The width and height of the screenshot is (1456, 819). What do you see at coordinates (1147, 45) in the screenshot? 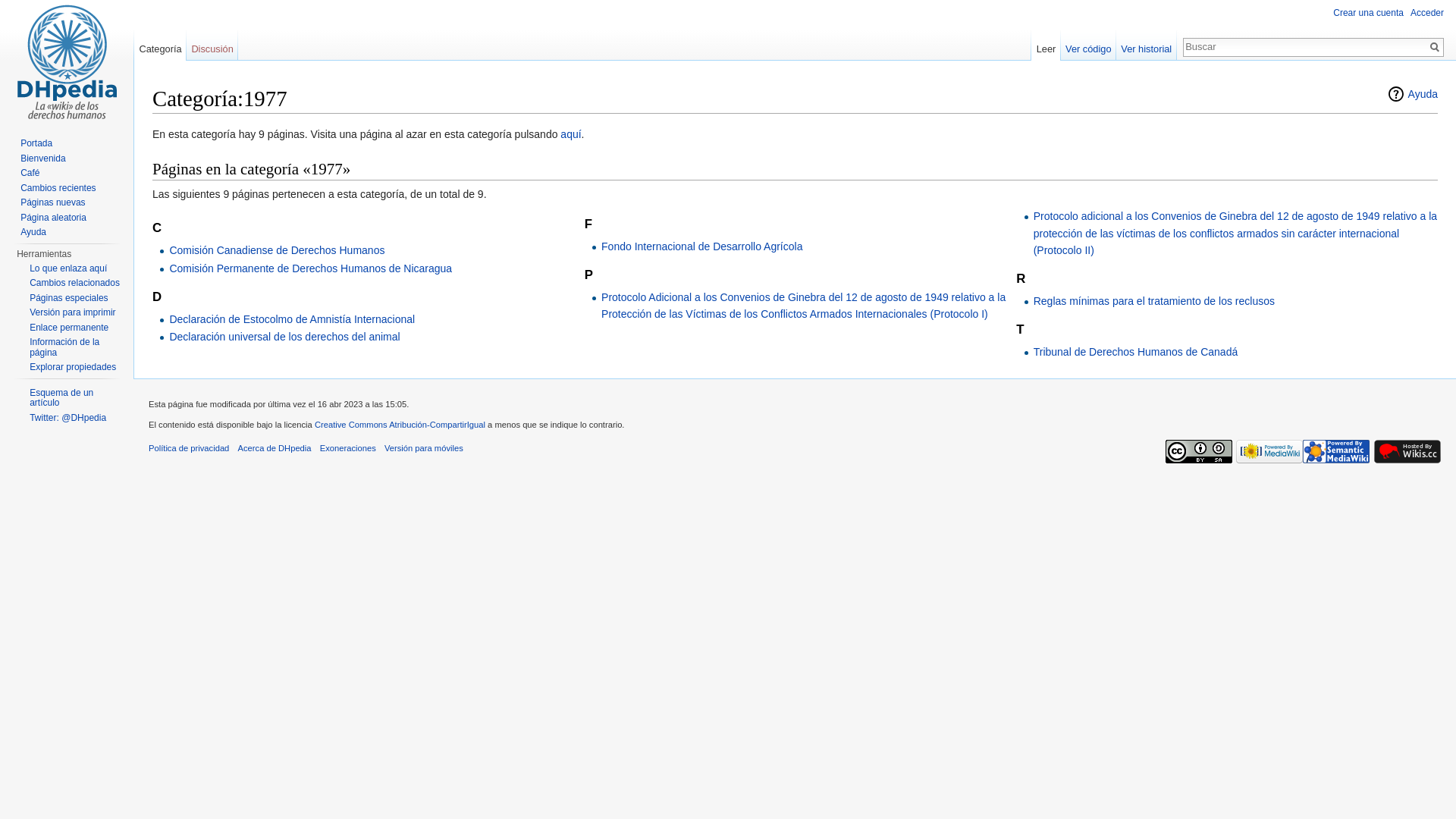
I see `'Ver historial'` at bounding box center [1147, 45].